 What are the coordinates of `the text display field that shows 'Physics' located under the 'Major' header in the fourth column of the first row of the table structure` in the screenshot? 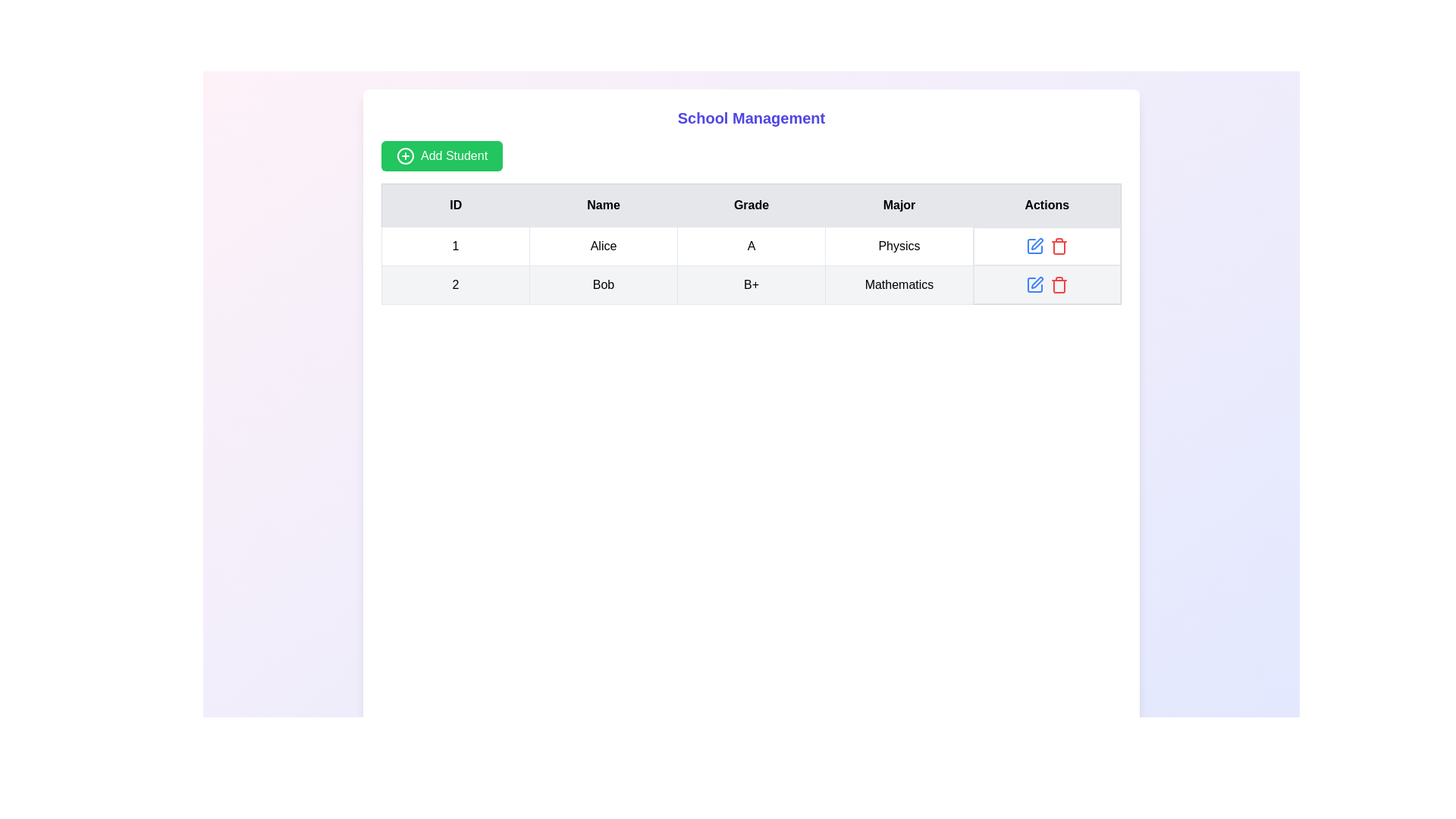 It's located at (899, 245).